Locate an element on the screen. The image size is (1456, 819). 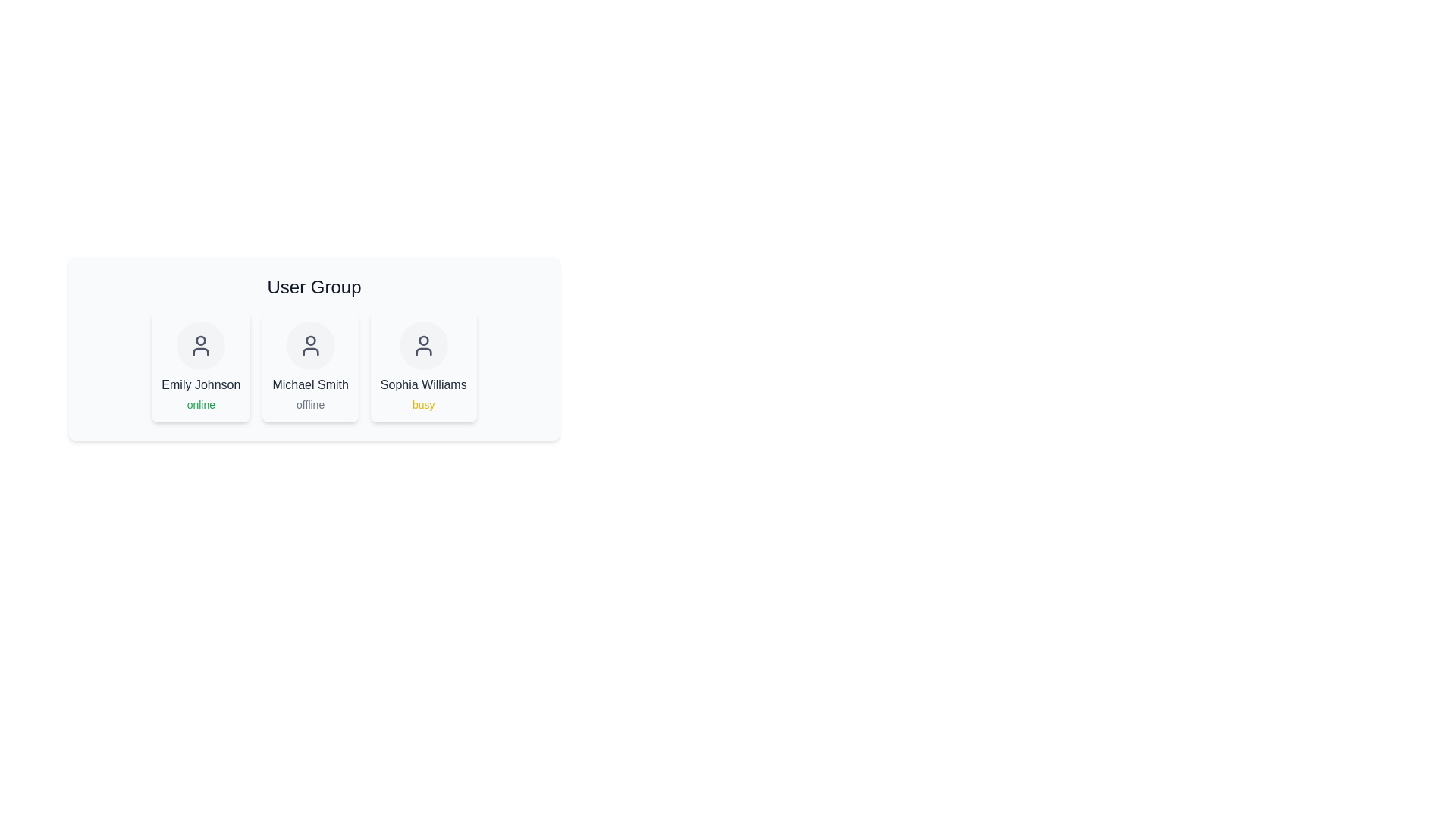
the user profile icon representing Emily Johnson, which is the first of three icons displayed horizontally at the top center of the card is located at coordinates (200, 345).